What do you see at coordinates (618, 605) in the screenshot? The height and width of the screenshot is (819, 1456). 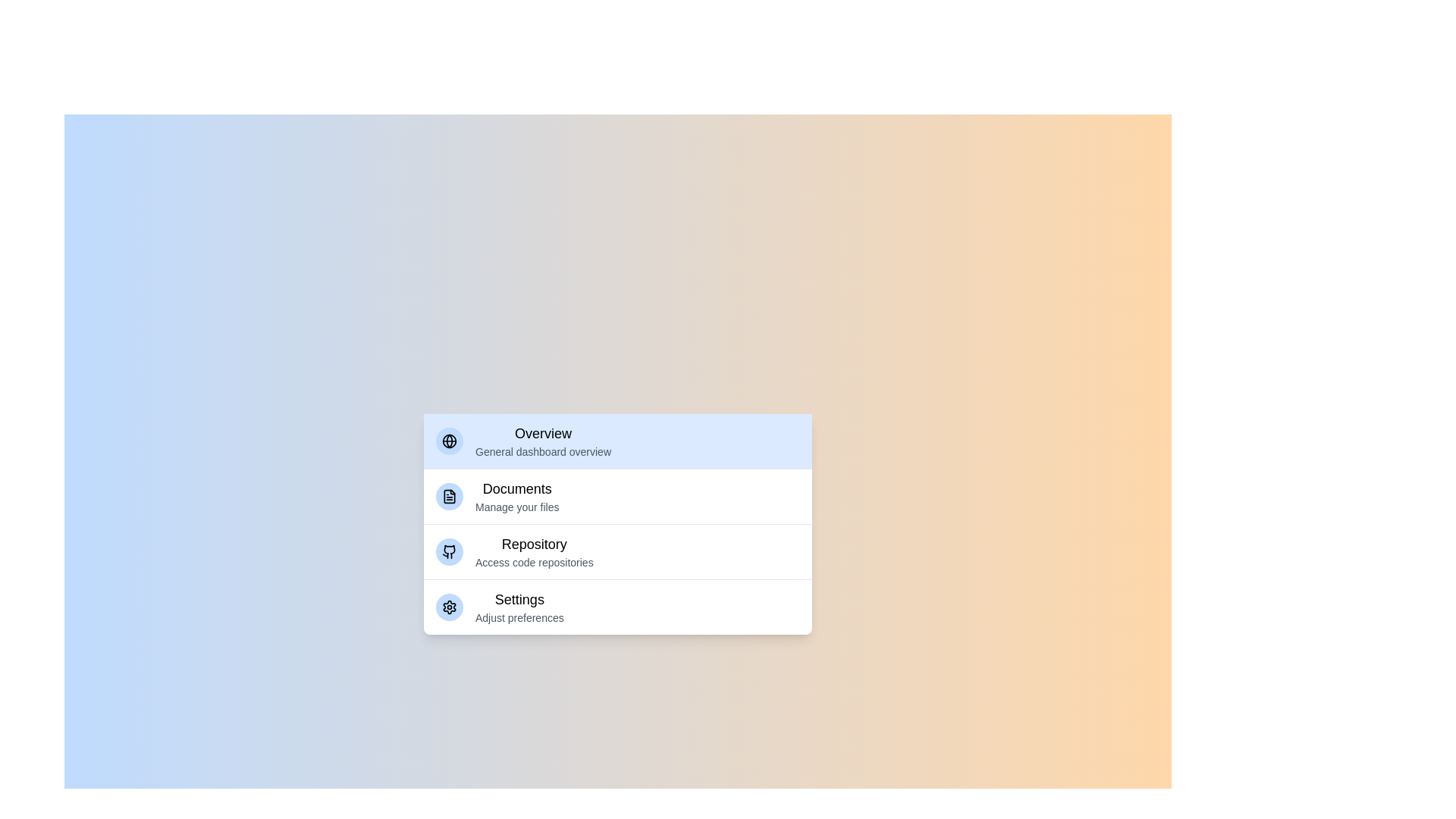 I see `the category Settings from the menu` at bounding box center [618, 605].